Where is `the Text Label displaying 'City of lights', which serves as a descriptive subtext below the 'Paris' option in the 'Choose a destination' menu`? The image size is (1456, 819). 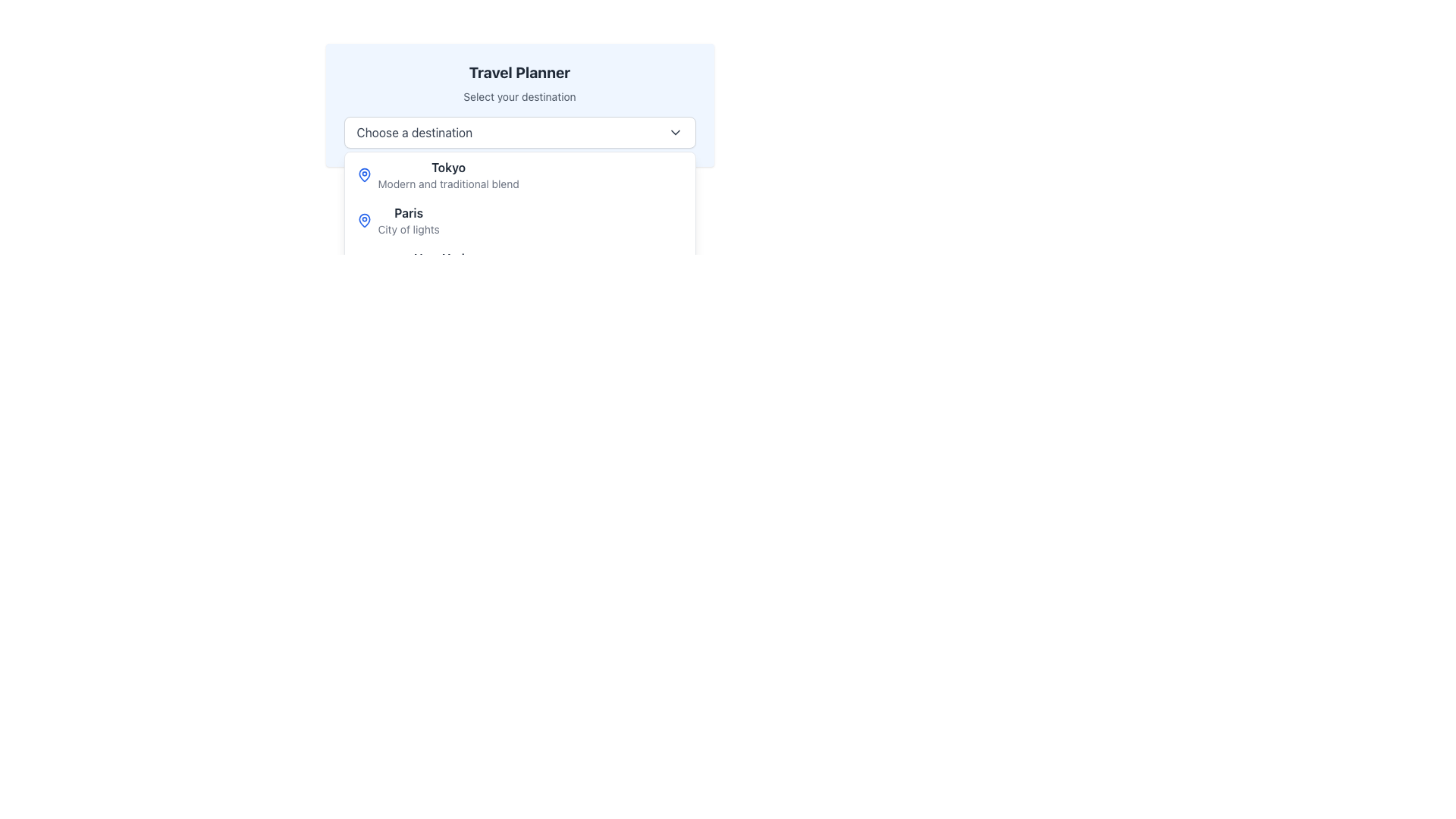
the Text Label displaying 'City of lights', which serves as a descriptive subtext below the 'Paris' option in the 'Choose a destination' menu is located at coordinates (409, 230).